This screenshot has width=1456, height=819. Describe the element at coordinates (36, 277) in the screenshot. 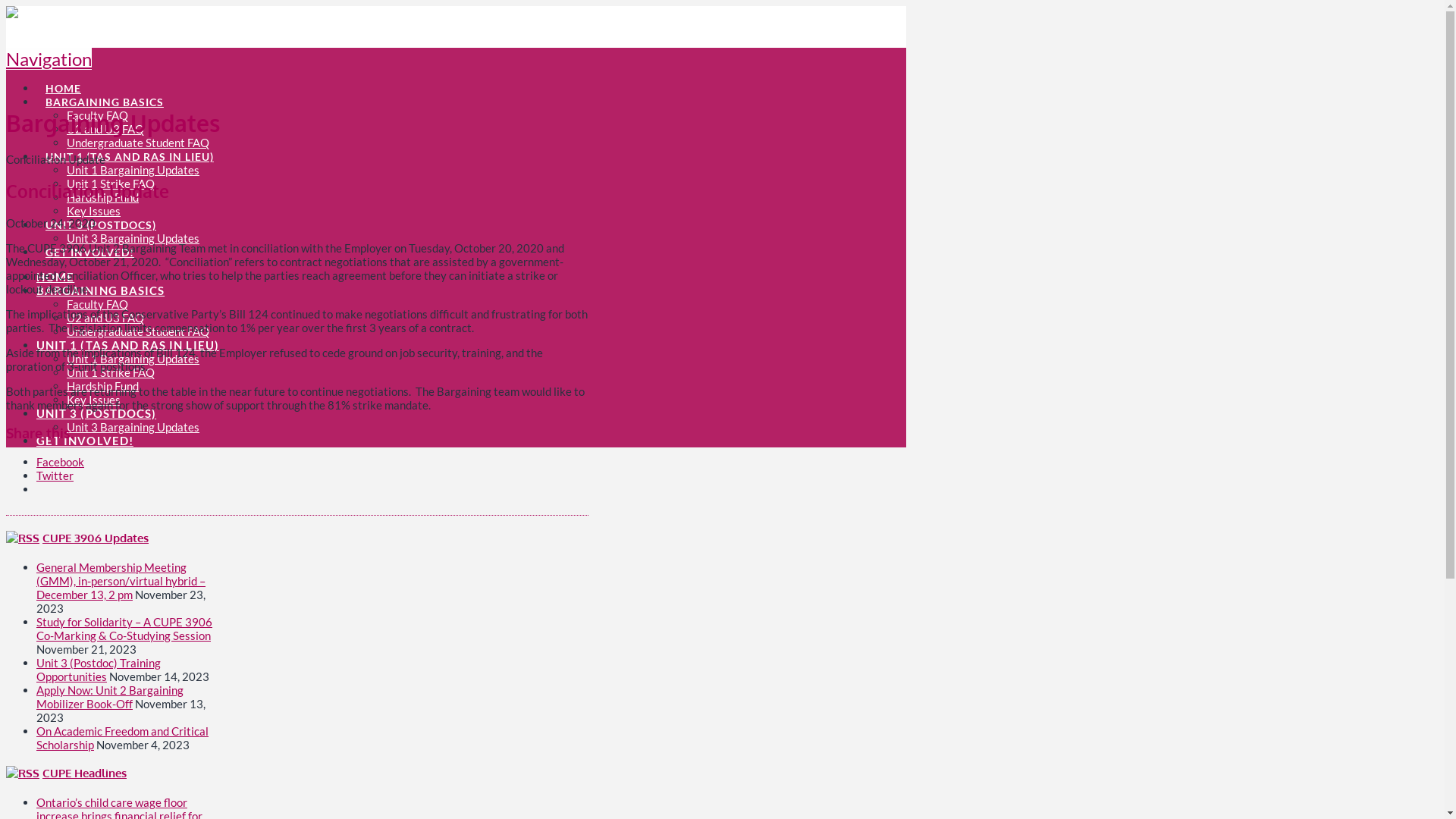

I see `'HOME'` at that location.